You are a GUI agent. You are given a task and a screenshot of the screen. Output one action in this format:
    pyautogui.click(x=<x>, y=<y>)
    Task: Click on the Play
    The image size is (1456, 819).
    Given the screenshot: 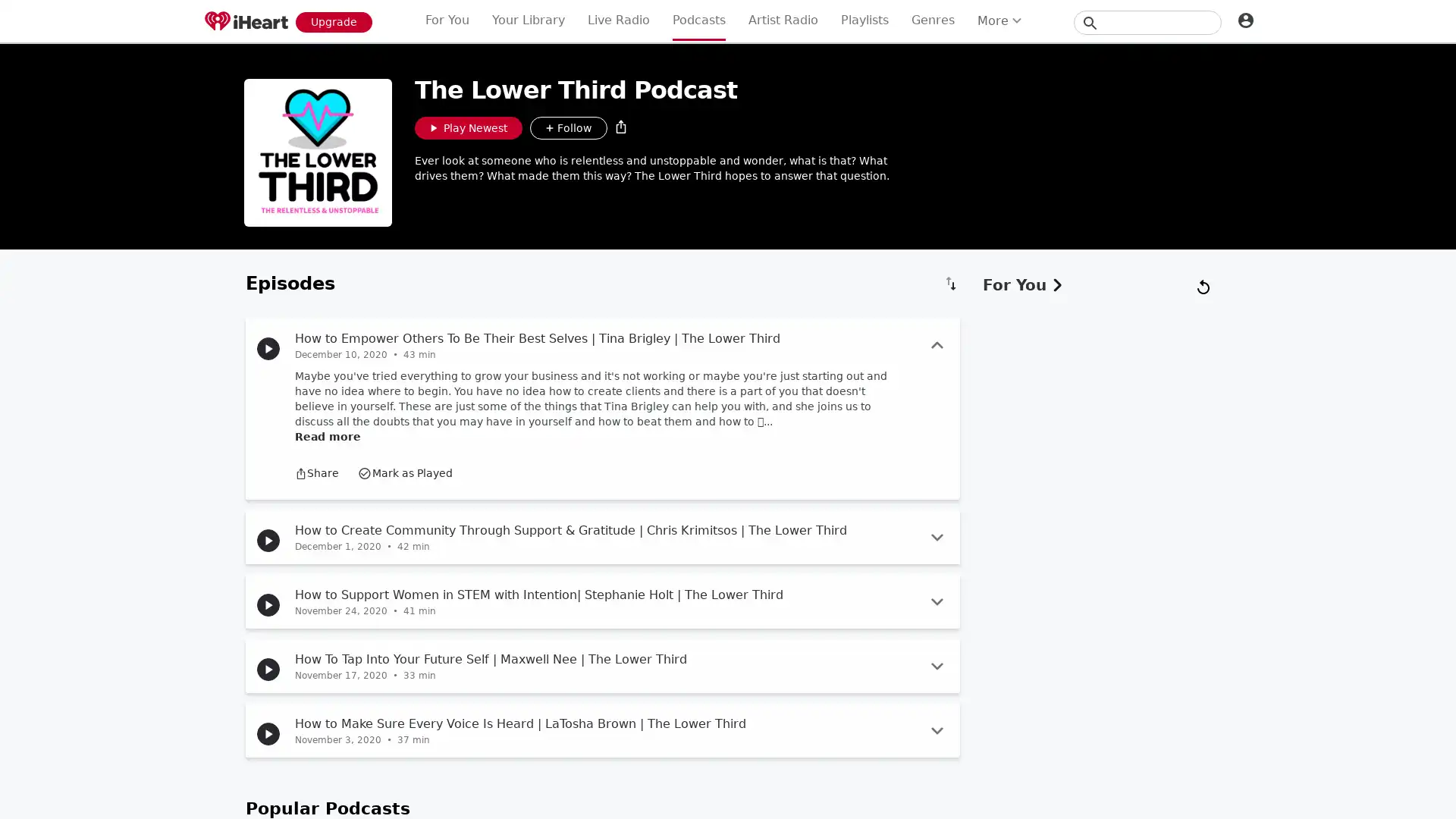 What is the action you would take?
    pyautogui.click(x=268, y=604)
    